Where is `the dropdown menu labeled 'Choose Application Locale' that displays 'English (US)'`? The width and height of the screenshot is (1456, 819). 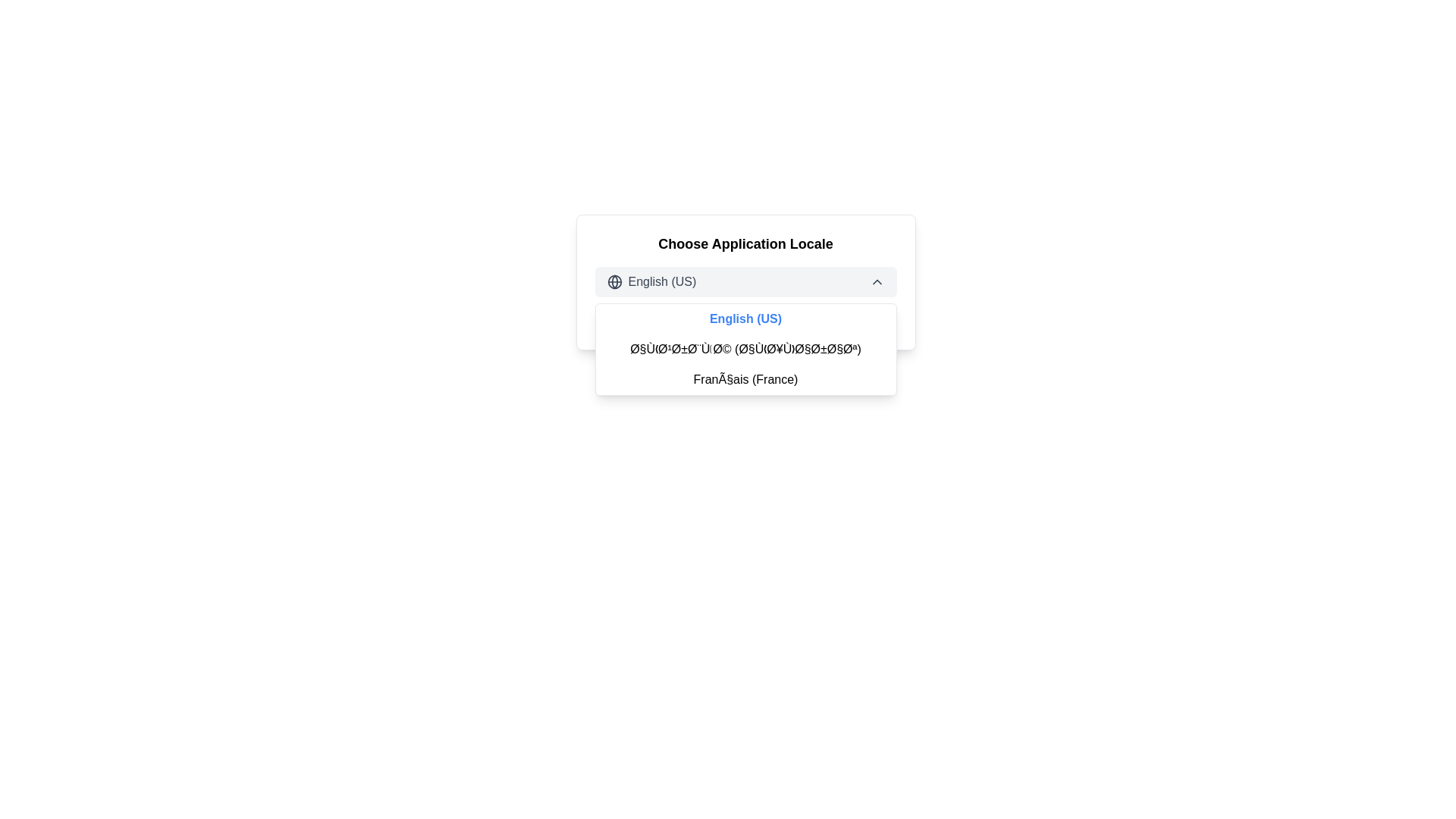 the dropdown menu labeled 'Choose Application Locale' that displays 'English (US)' is located at coordinates (745, 282).